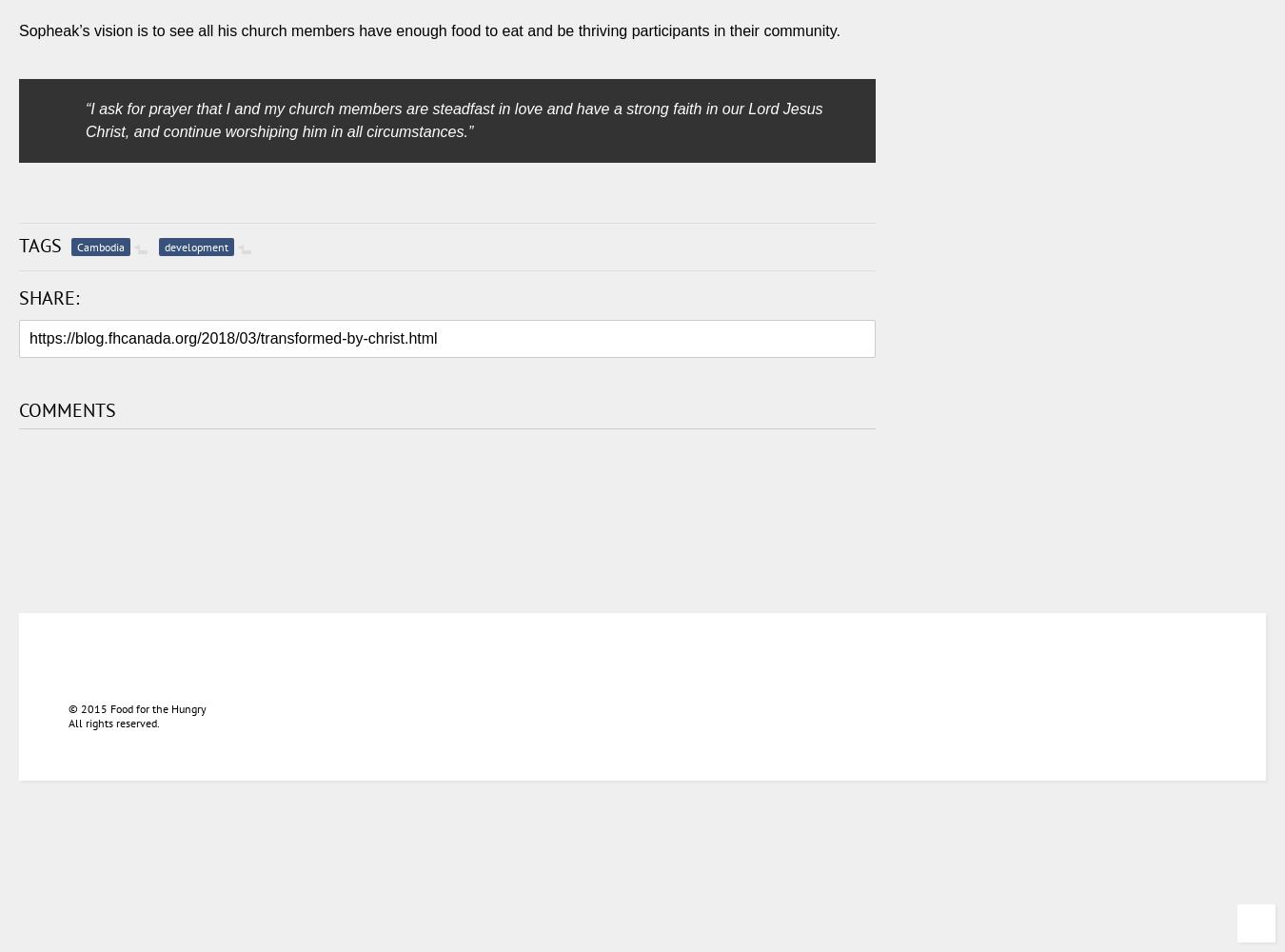 This screenshot has height=952, width=1285. What do you see at coordinates (17, 245) in the screenshot?
I see `'Tags'` at bounding box center [17, 245].